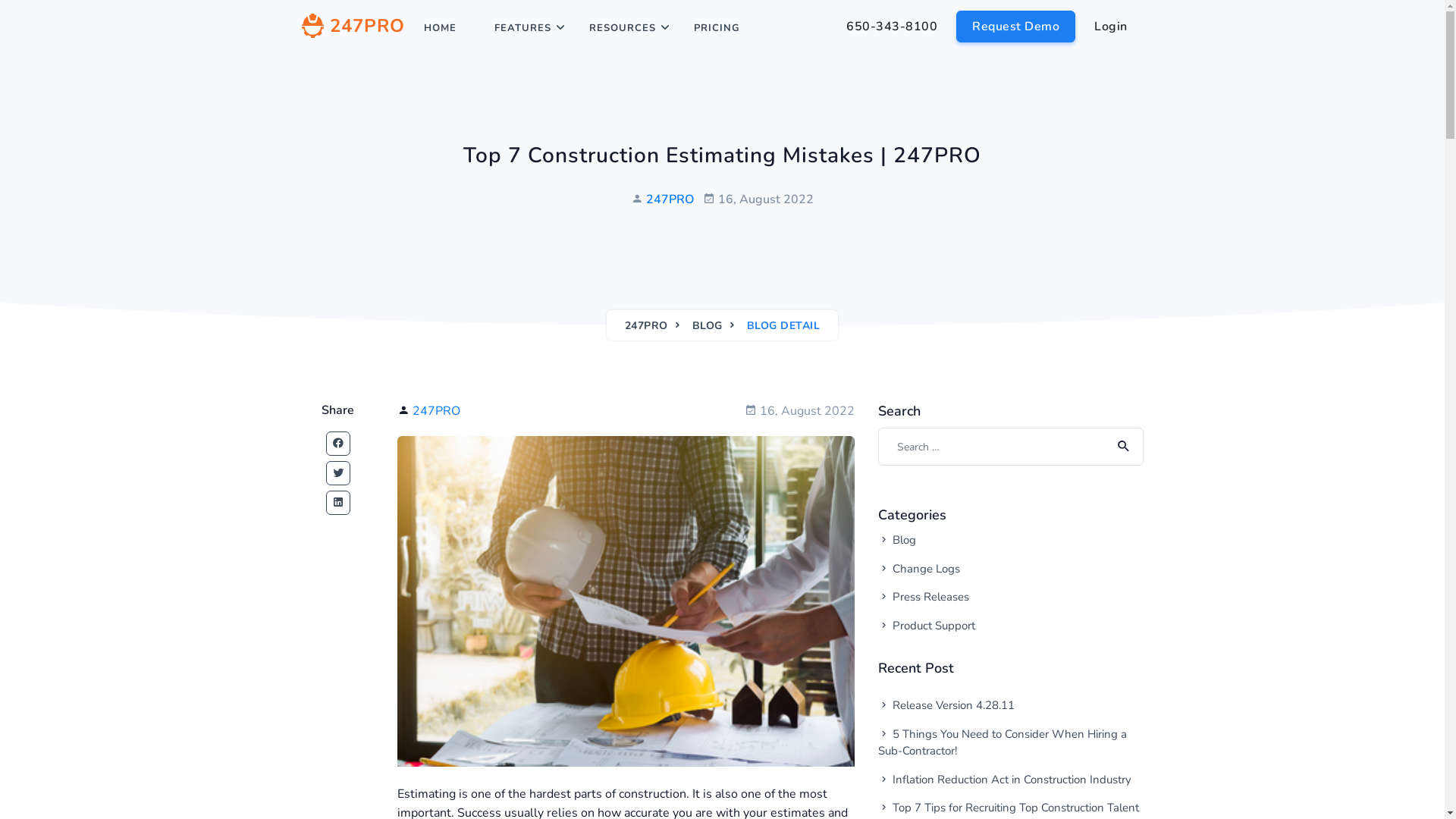 Image resolution: width=1456 pixels, height=819 pixels. I want to click on 'Blog', so click(977, 539).